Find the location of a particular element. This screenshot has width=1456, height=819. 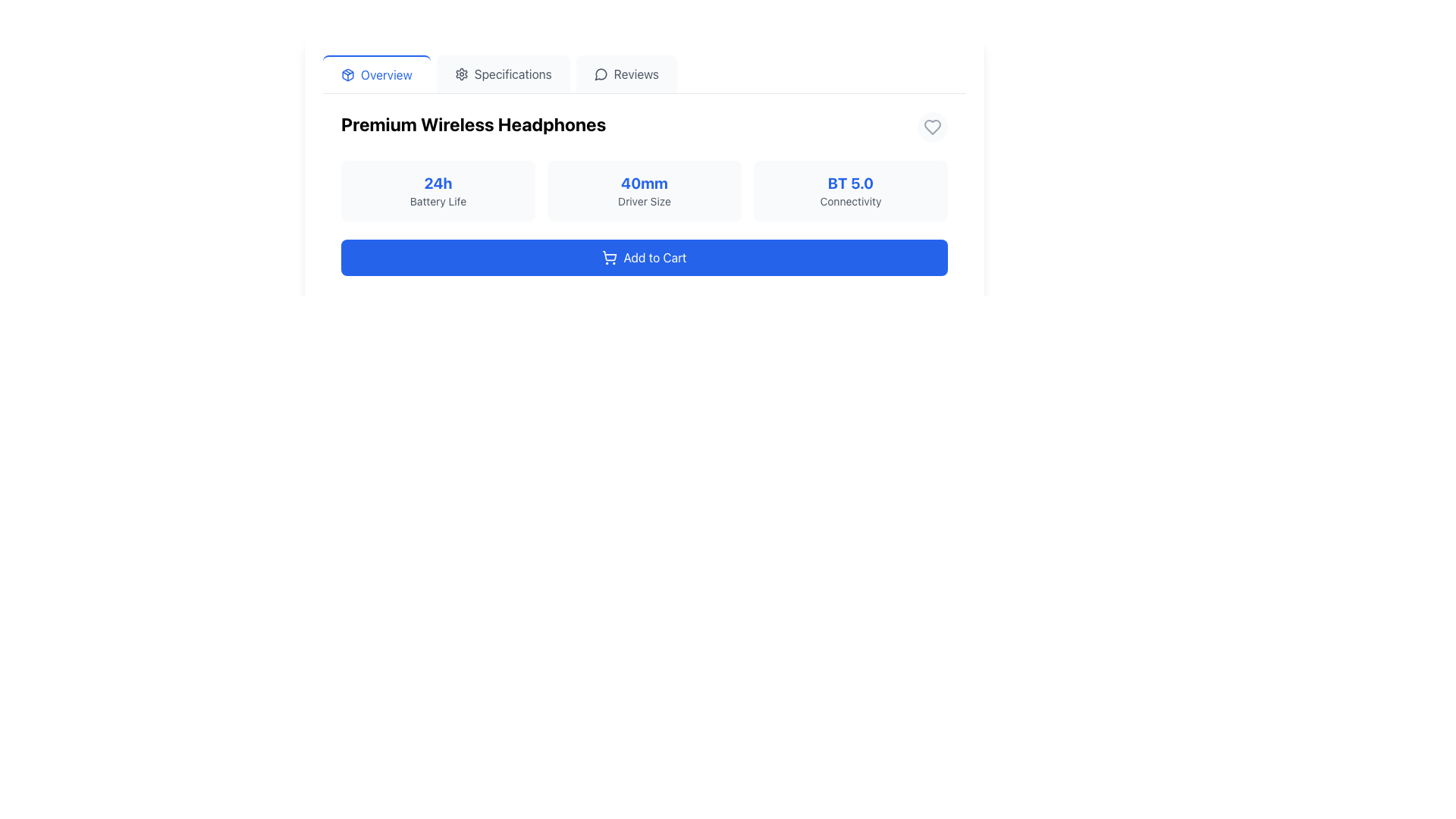

the heart icon in the top-right corner of the banner displaying 'Premium Wireless Headphones' to like or save the item is located at coordinates (931, 127).